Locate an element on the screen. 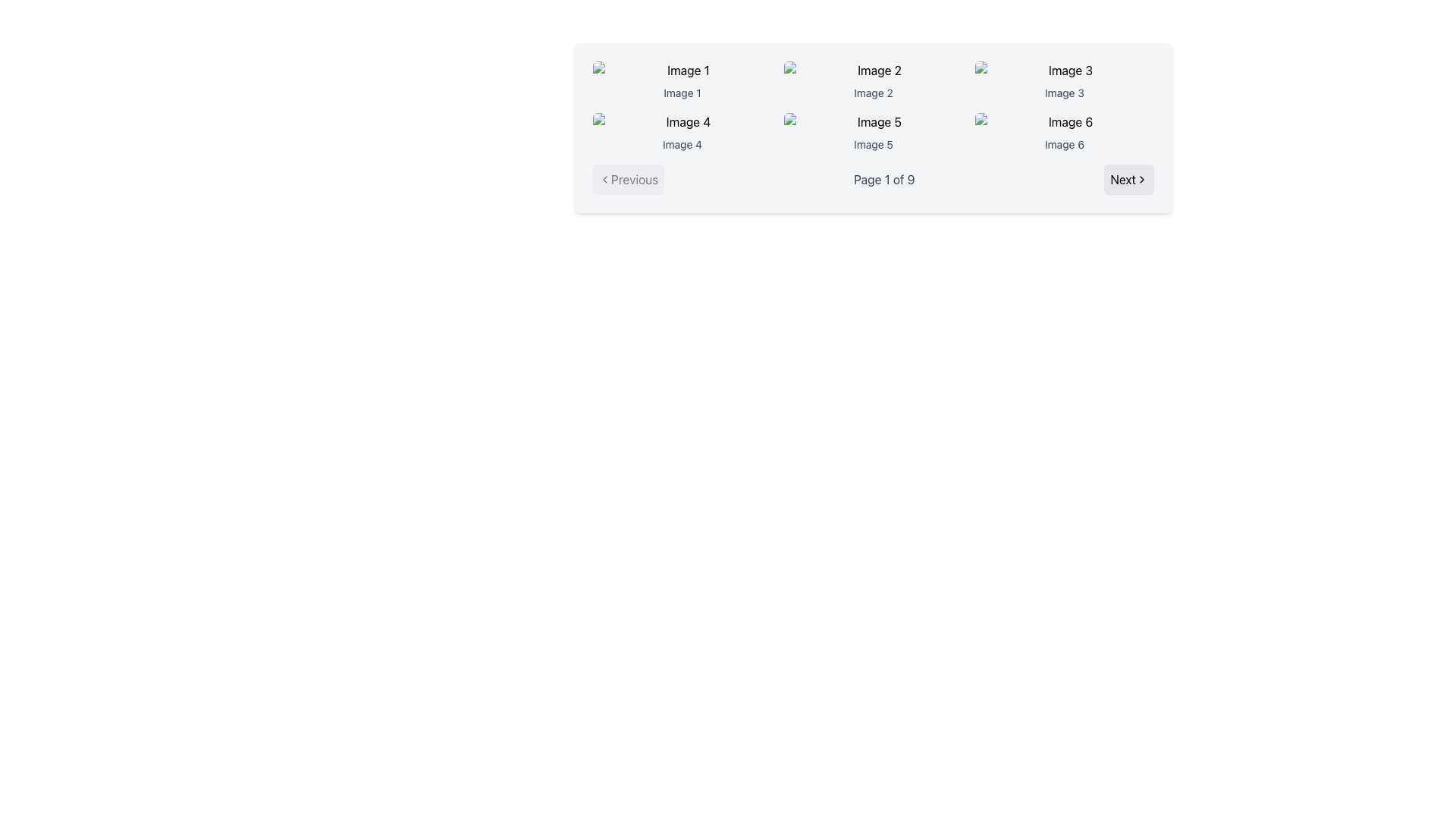 The height and width of the screenshot is (819, 1456). the 'Previous' button with a gray background and rounded corners located in the pagination bar at the bottom of the interface is located at coordinates (629, 178).